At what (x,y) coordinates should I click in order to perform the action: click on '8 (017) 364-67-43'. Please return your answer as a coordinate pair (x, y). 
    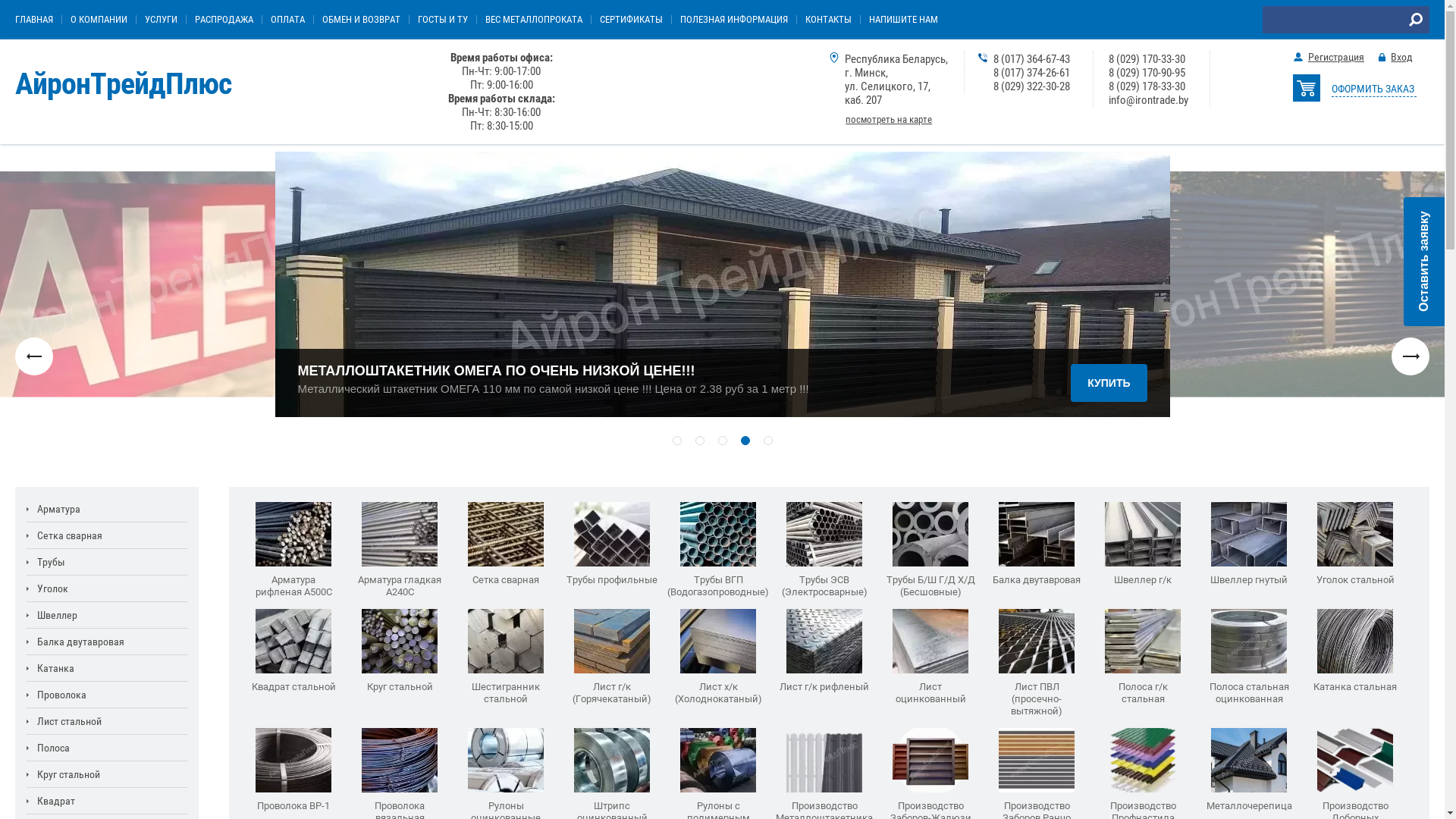
    Looking at the image, I should click on (1031, 58).